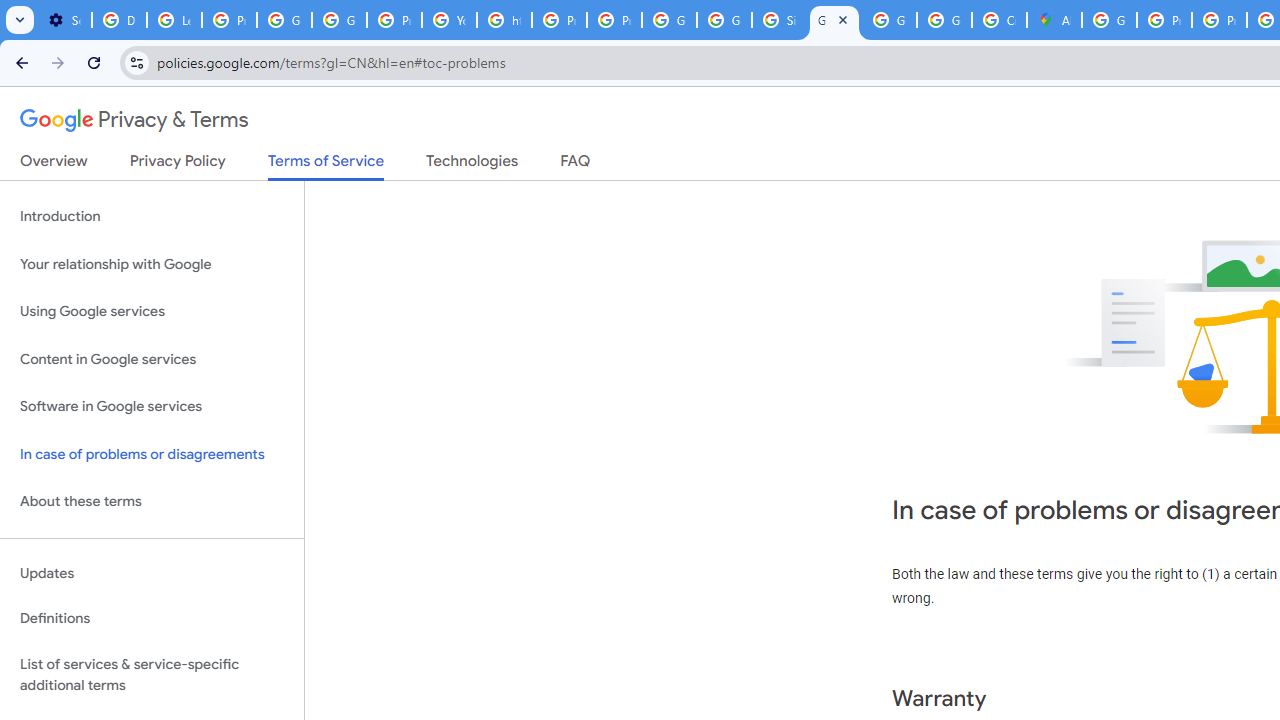 The width and height of the screenshot is (1280, 720). What do you see at coordinates (151, 263) in the screenshot?
I see `'Your relationship with Google'` at bounding box center [151, 263].